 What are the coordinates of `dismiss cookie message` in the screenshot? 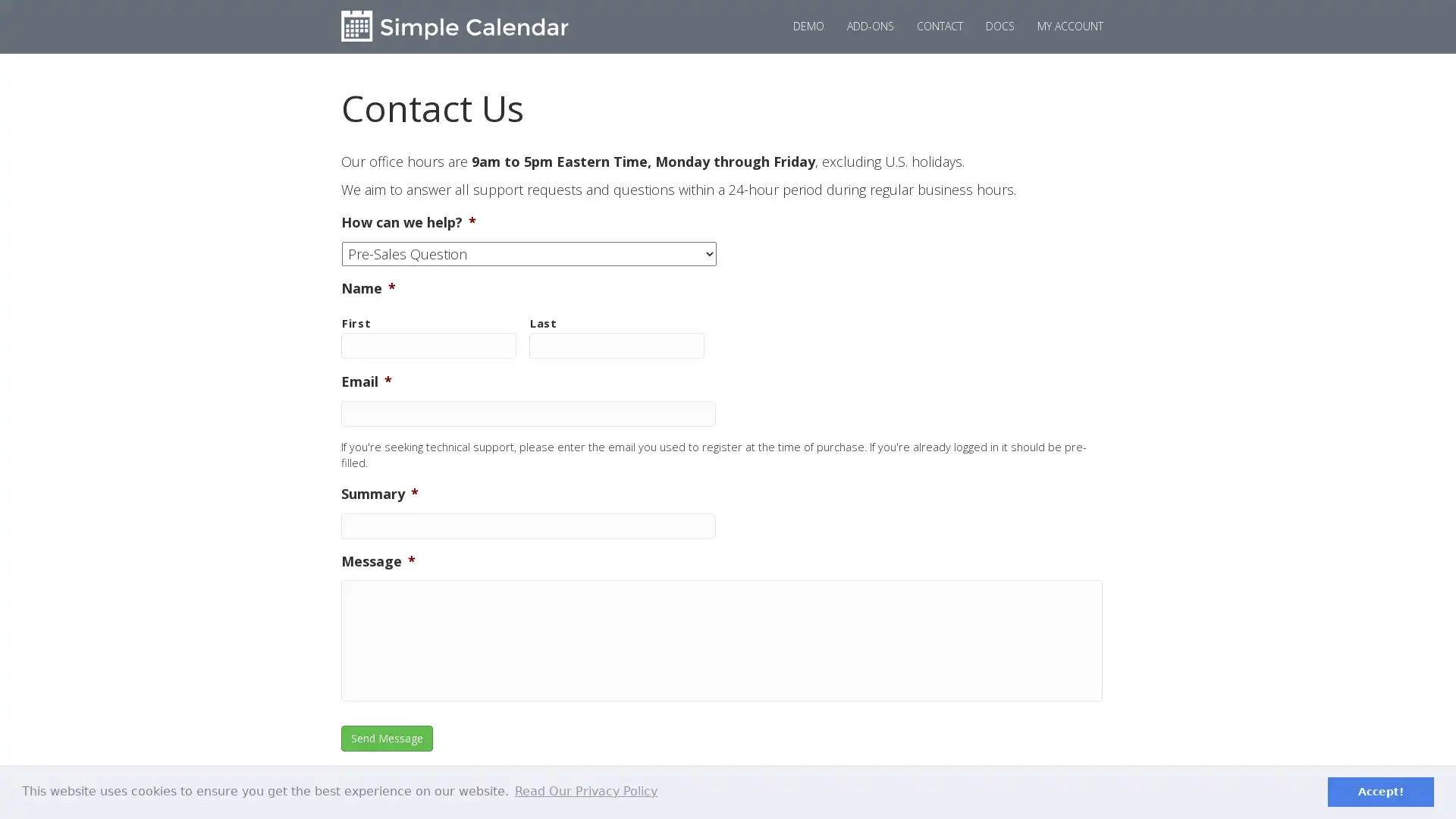 It's located at (1380, 791).